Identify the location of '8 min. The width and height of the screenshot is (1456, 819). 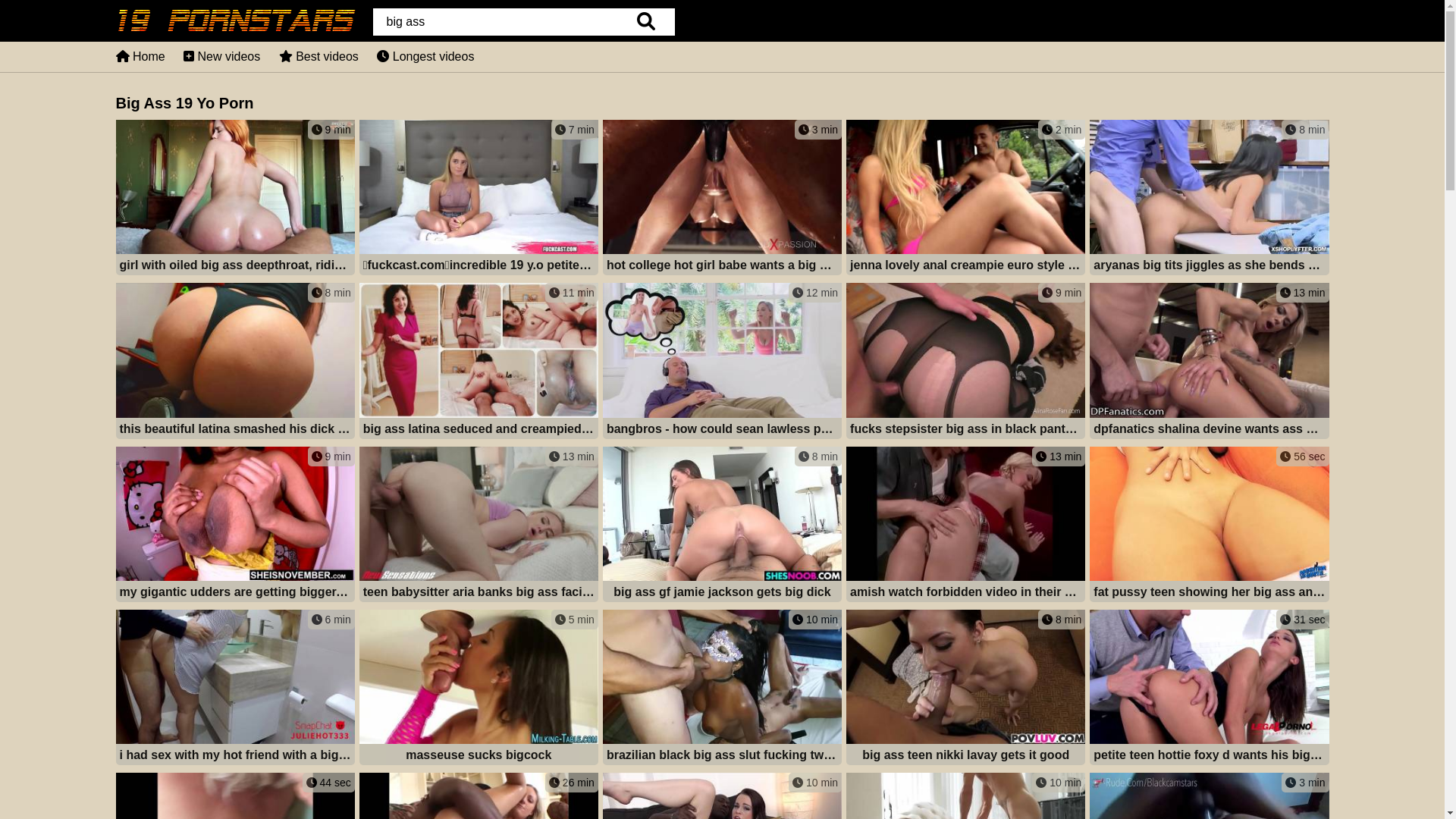
(965, 689).